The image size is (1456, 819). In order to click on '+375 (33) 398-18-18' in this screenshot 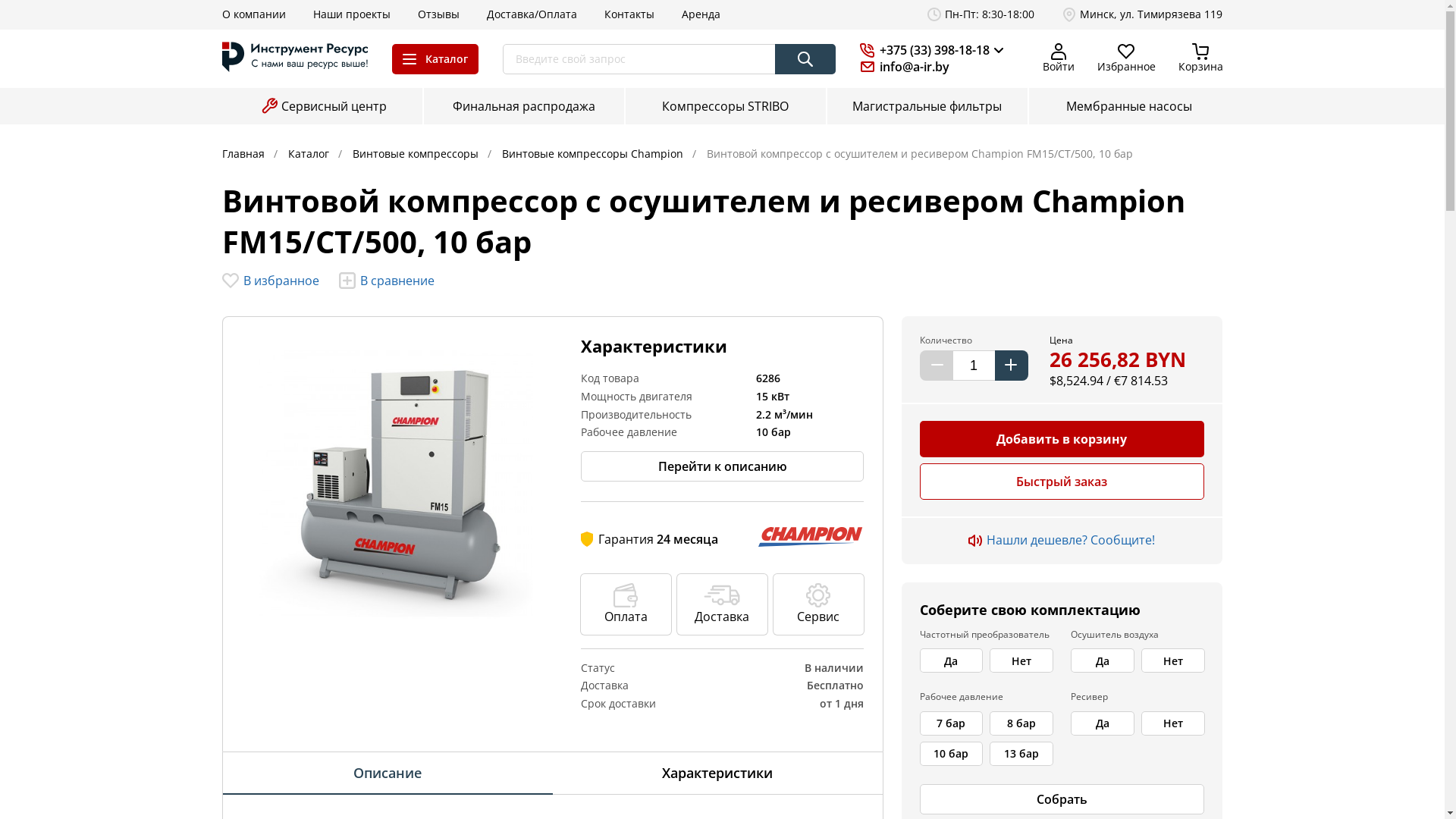, I will do `click(934, 49)`.